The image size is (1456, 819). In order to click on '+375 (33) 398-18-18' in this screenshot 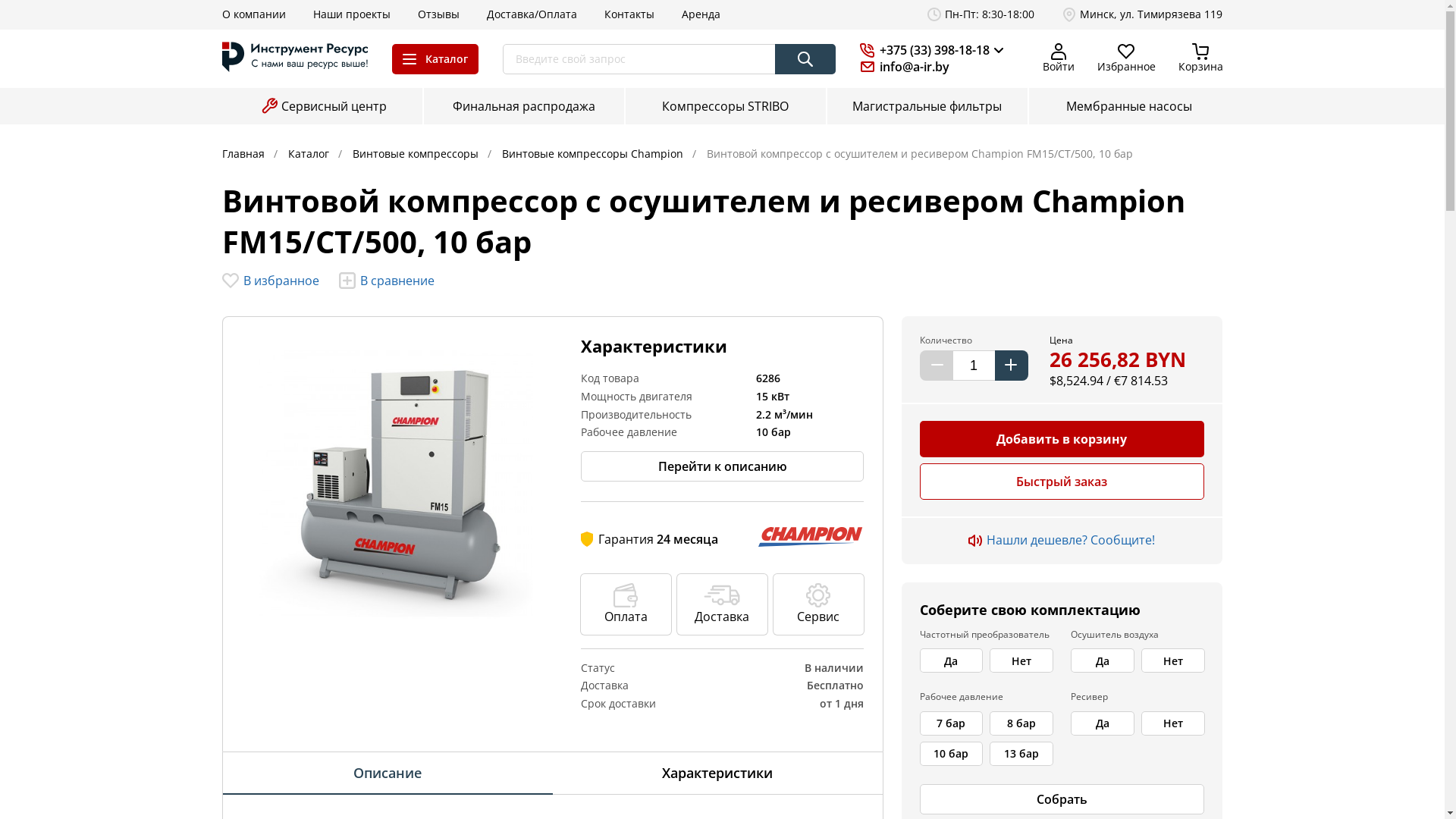, I will do `click(934, 49)`.